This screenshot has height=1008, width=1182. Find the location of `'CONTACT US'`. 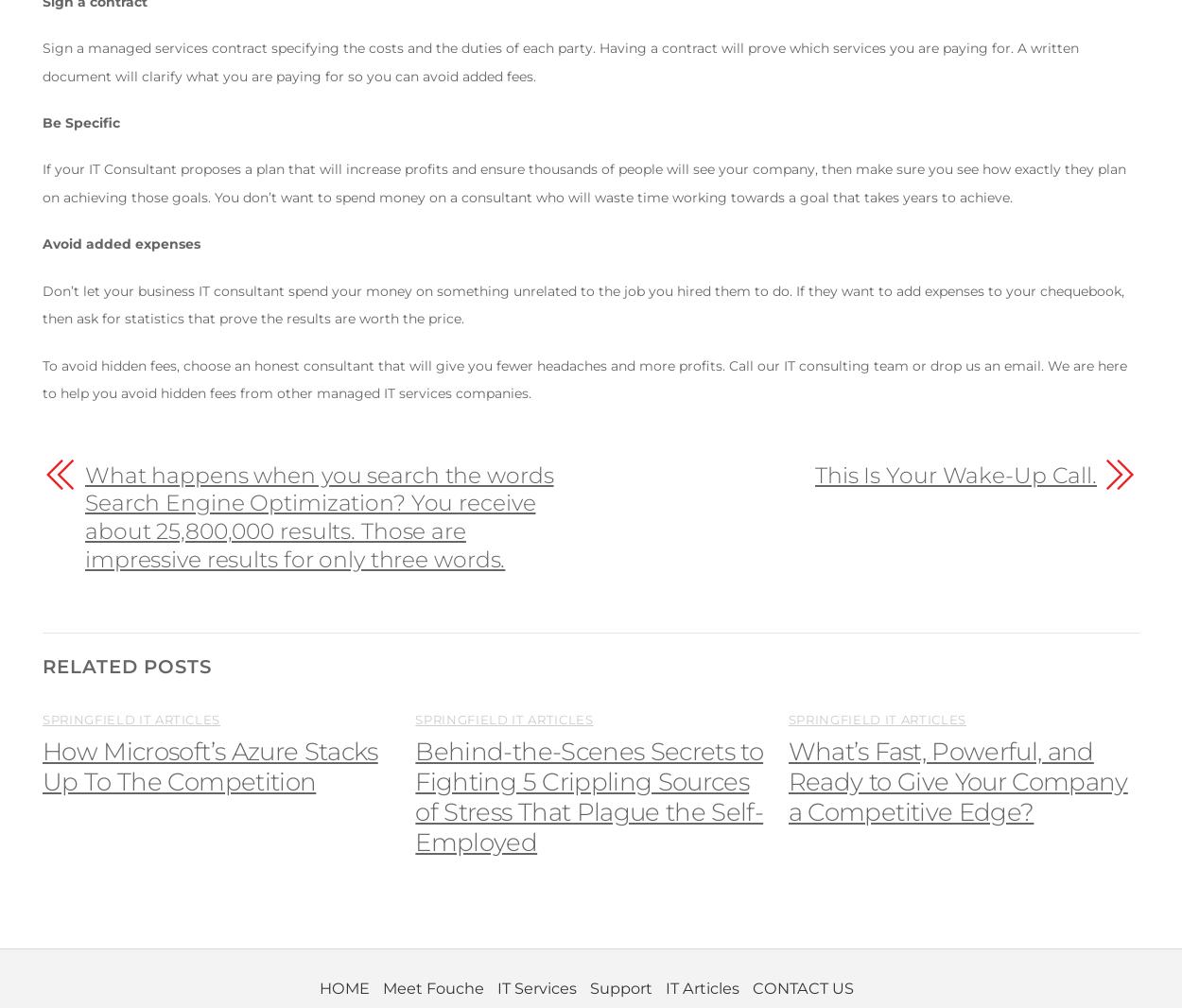

'CONTACT US' is located at coordinates (801, 987).